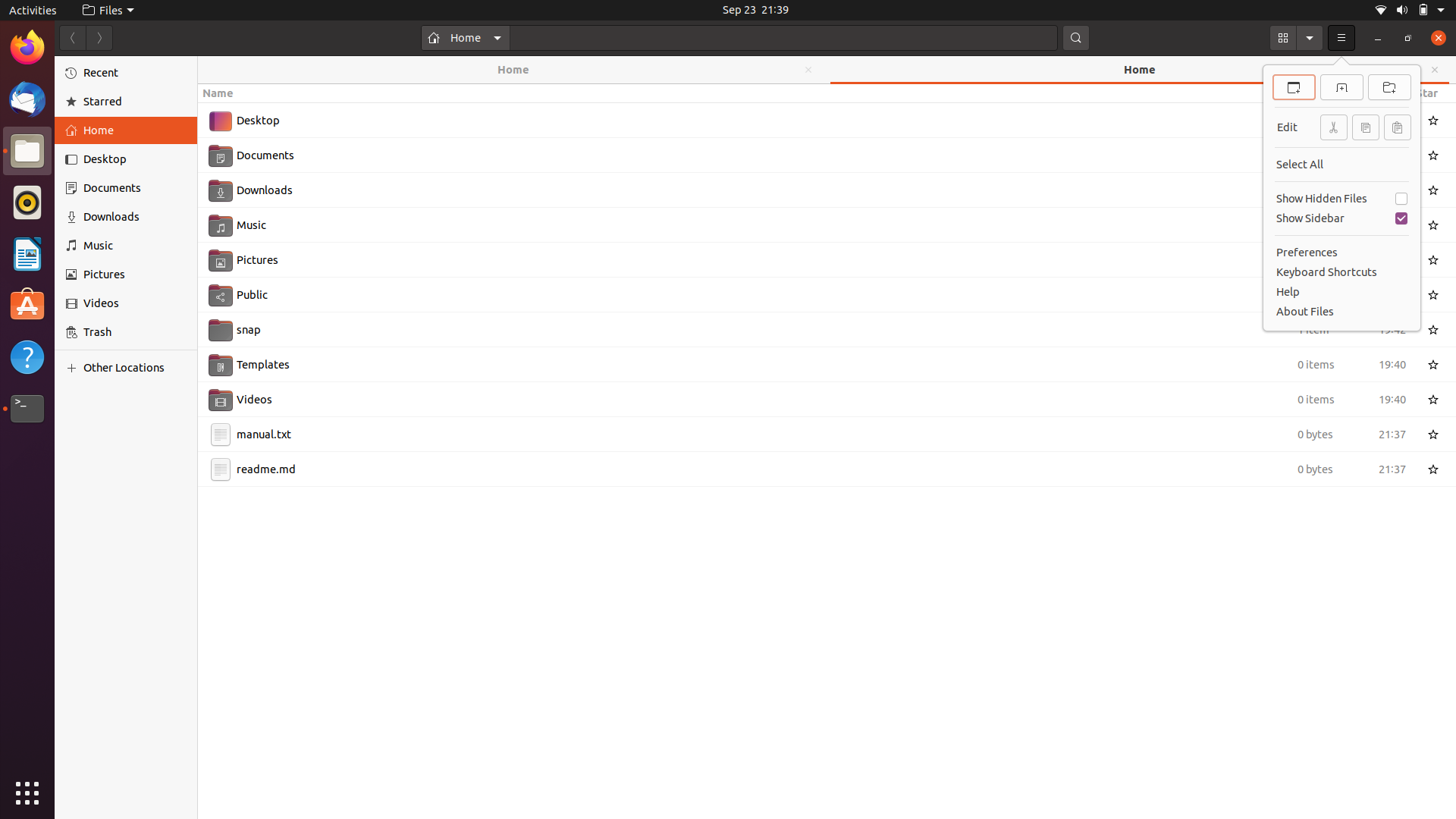  What do you see at coordinates (810, 467) in the screenshot?
I see `Use PyAutoGUI to rename the file called readme.md to README.md` at bounding box center [810, 467].